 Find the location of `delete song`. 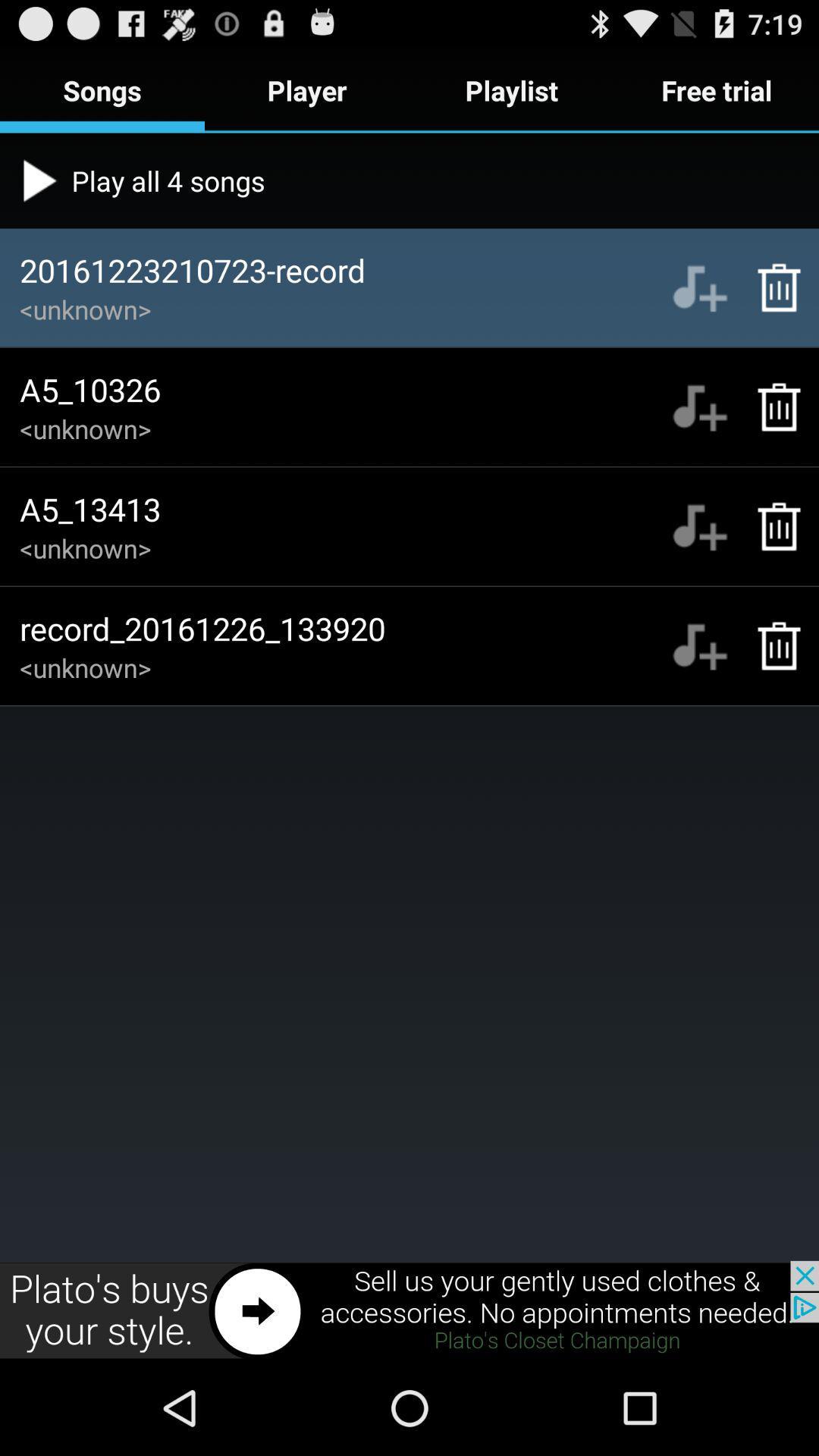

delete song is located at coordinates (771, 526).